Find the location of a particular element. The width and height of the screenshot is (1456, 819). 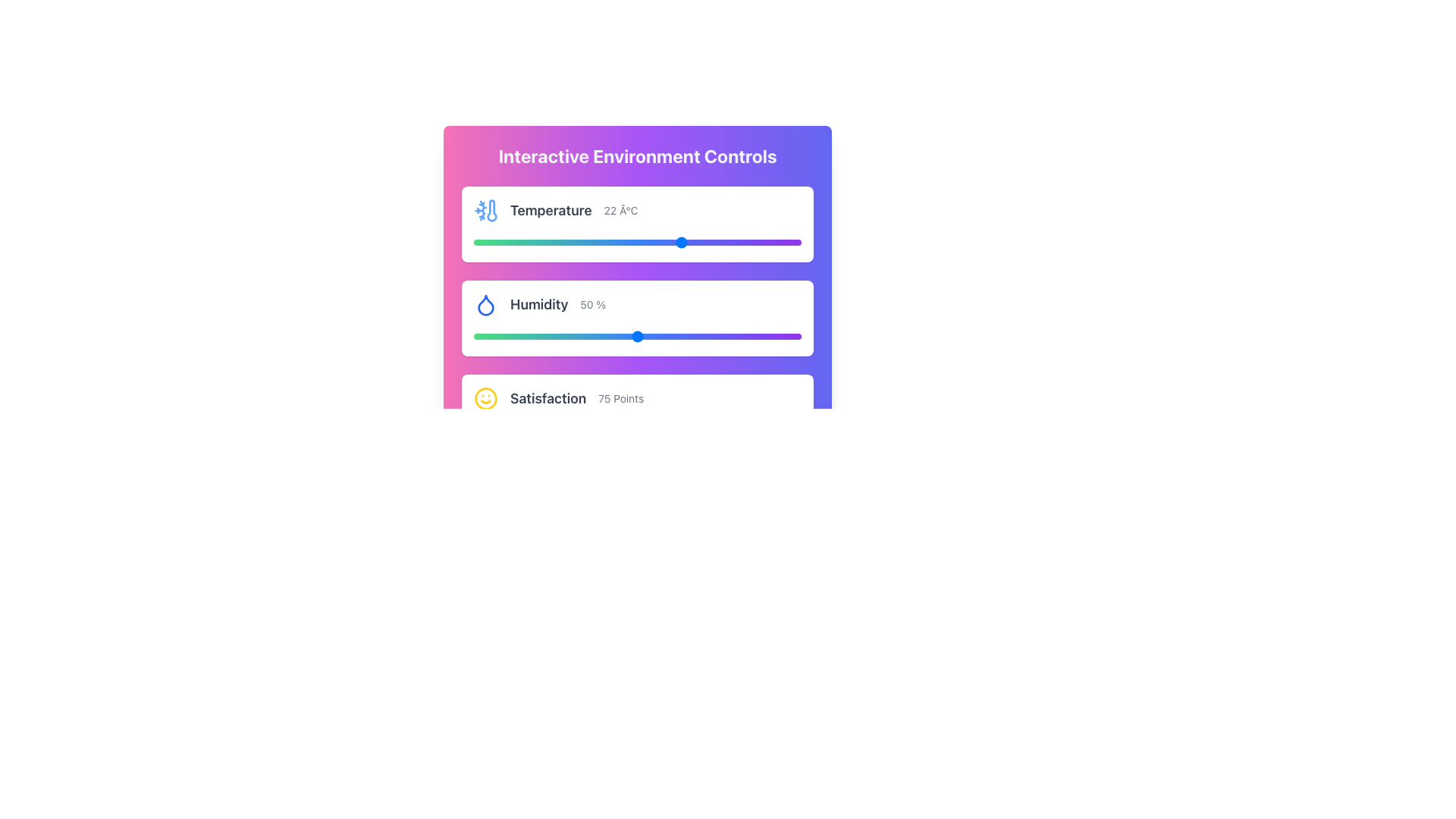

humidity is located at coordinates (551, 335).